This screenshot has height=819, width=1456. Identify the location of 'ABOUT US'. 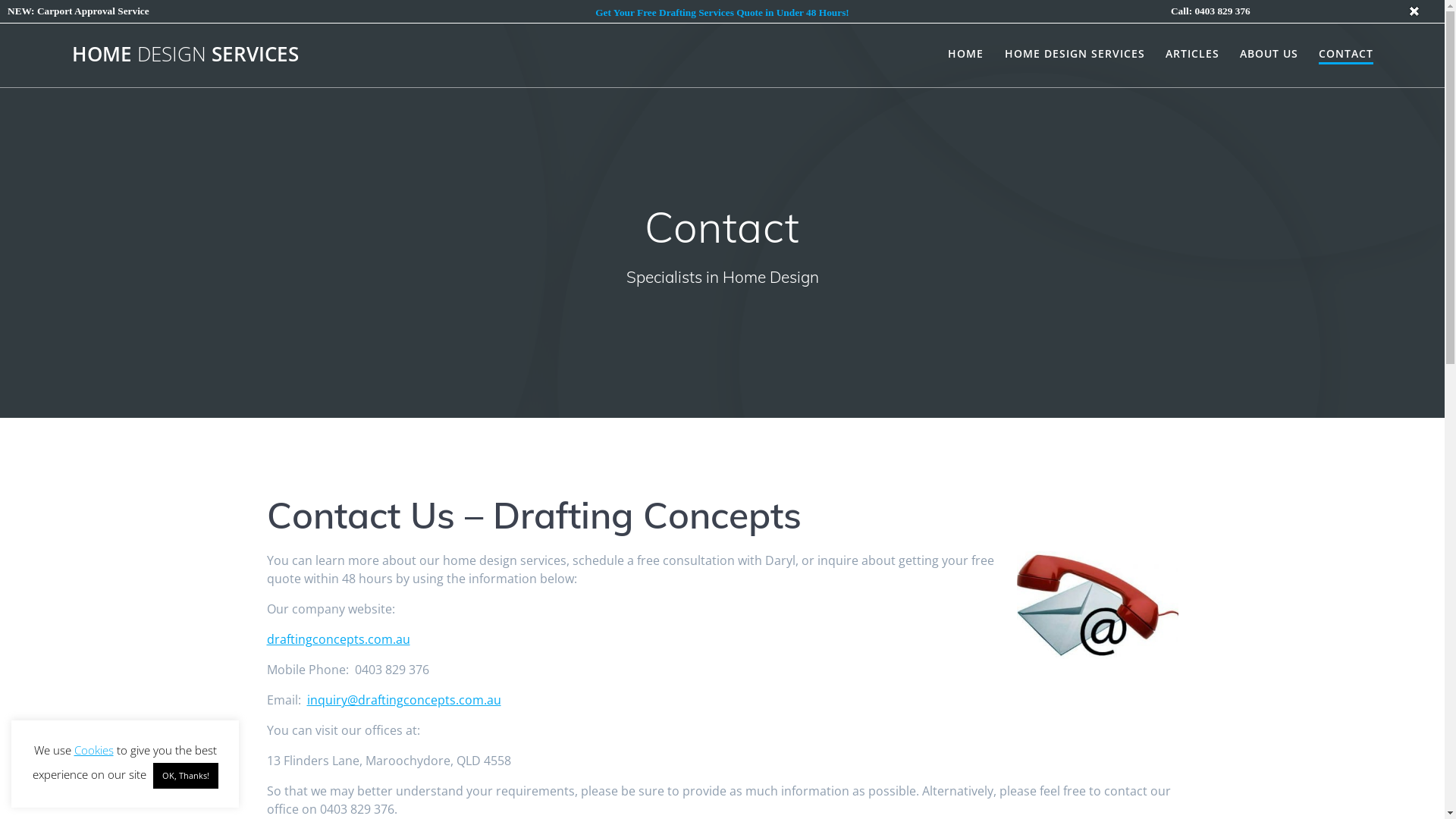
(1269, 52).